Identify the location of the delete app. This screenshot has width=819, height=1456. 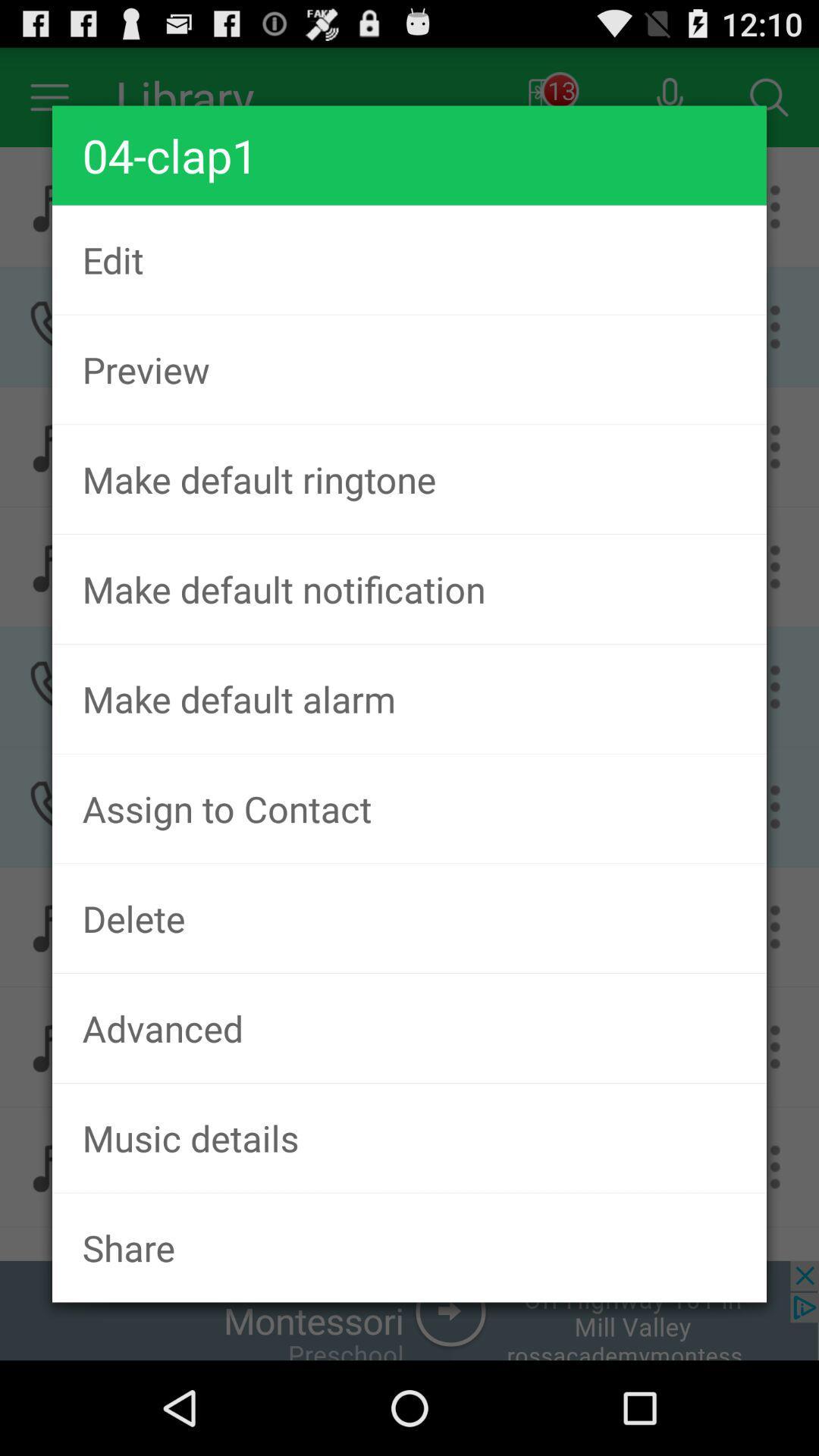
(409, 918).